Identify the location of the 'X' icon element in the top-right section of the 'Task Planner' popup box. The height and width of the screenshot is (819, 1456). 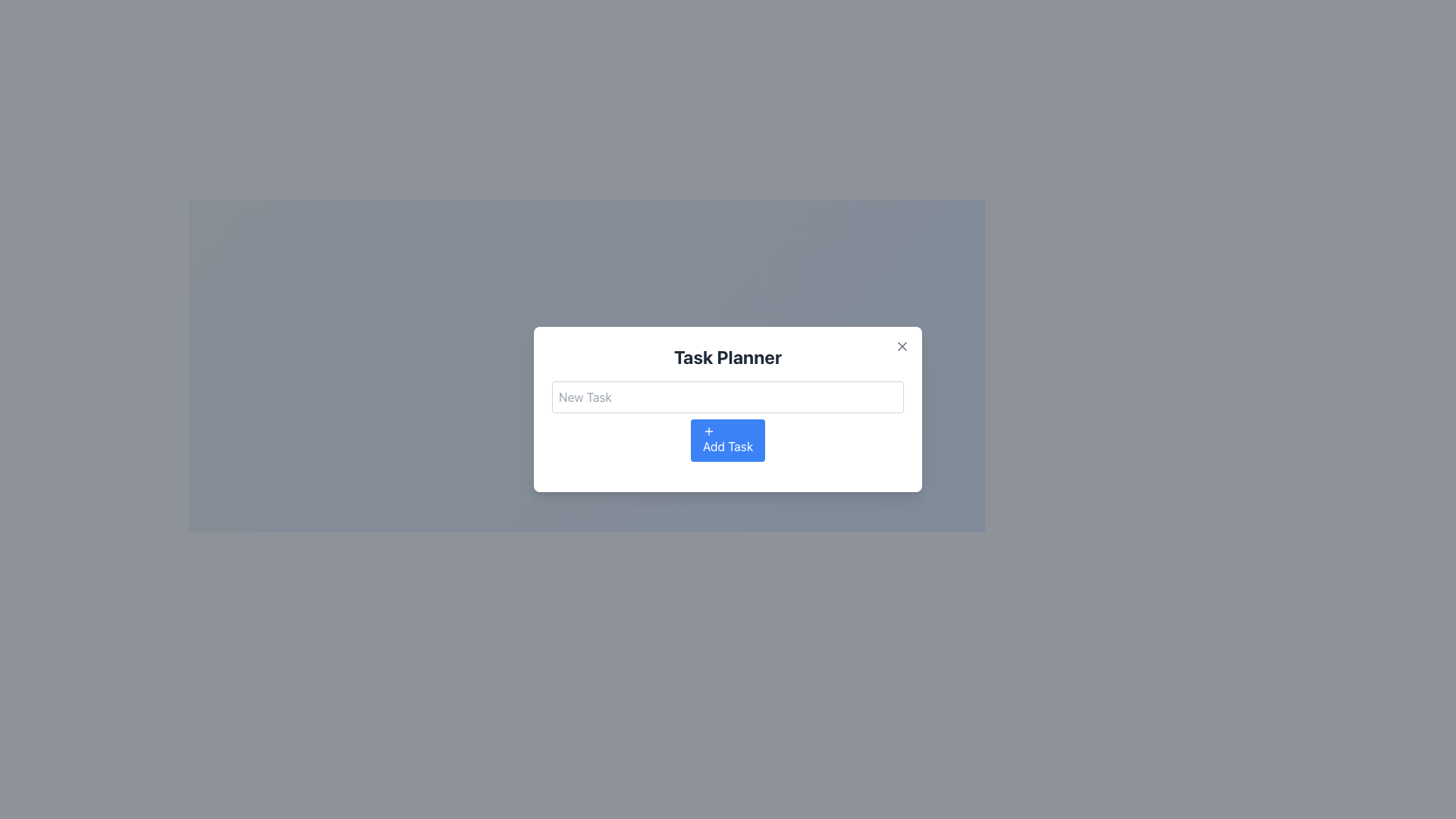
(902, 346).